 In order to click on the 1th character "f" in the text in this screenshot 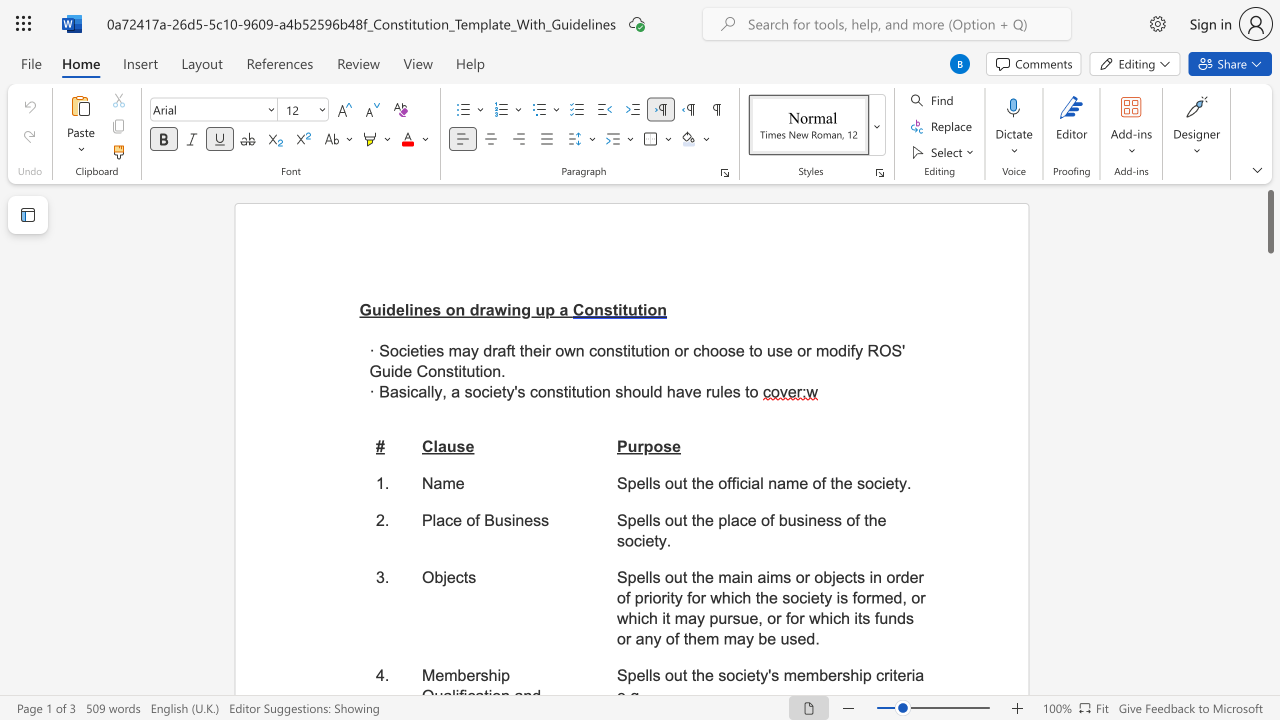, I will do `click(728, 483)`.